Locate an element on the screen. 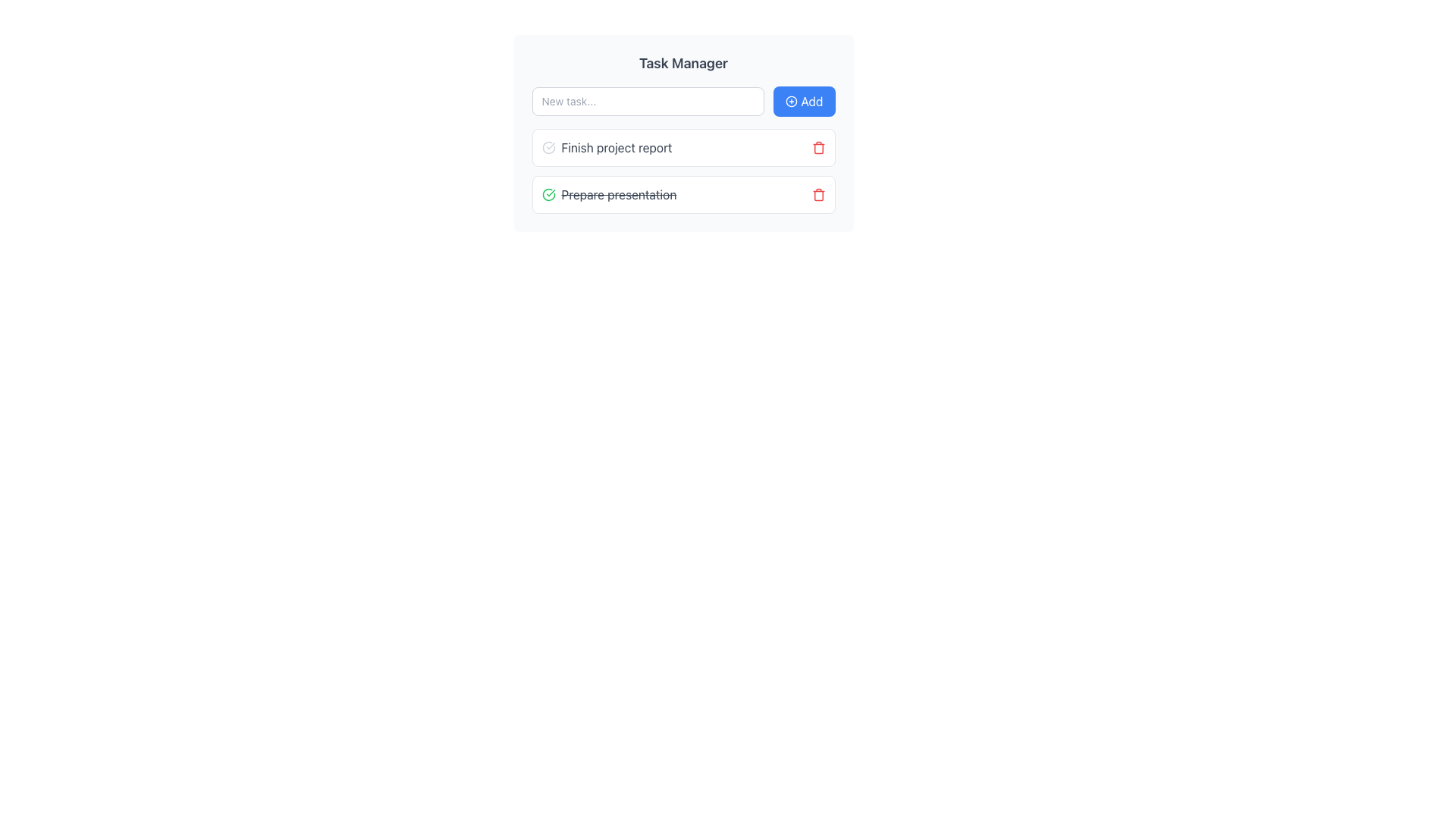 This screenshot has width=1456, height=819. the text label of the second task in the list to trigger a tooltip, if applicable is located at coordinates (617, 148).